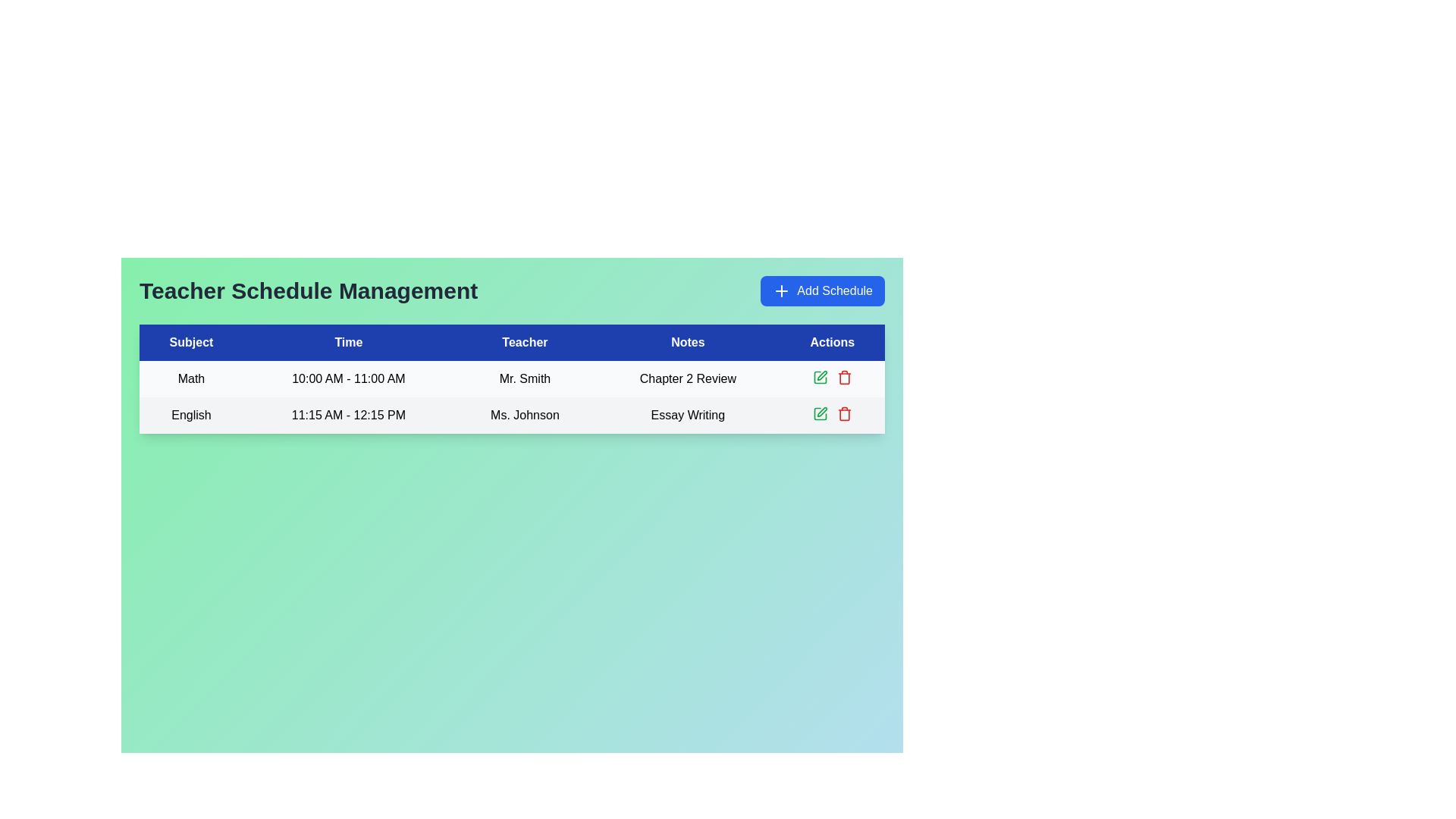 The height and width of the screenshot is (819, 1456). I want to click on the text label displaying '10:00 AM - 11:00 AM' in the schedule table for the subject 'Math', so click(347, 378).